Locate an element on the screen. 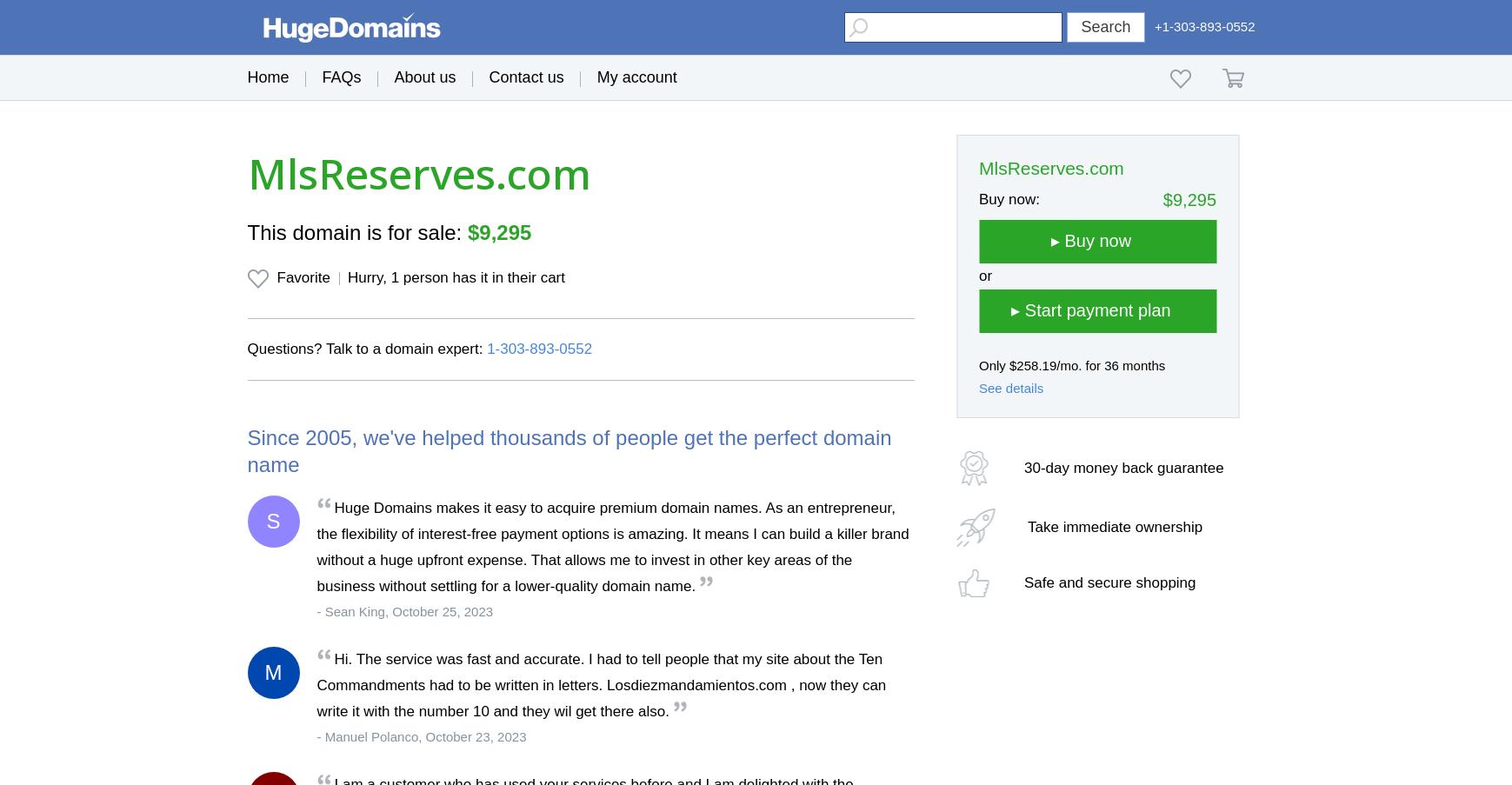 The width and height of the screenshot is (1512, 785). 'Hurry, 1 person has it in their cart' is located at coordinates (455, 276).